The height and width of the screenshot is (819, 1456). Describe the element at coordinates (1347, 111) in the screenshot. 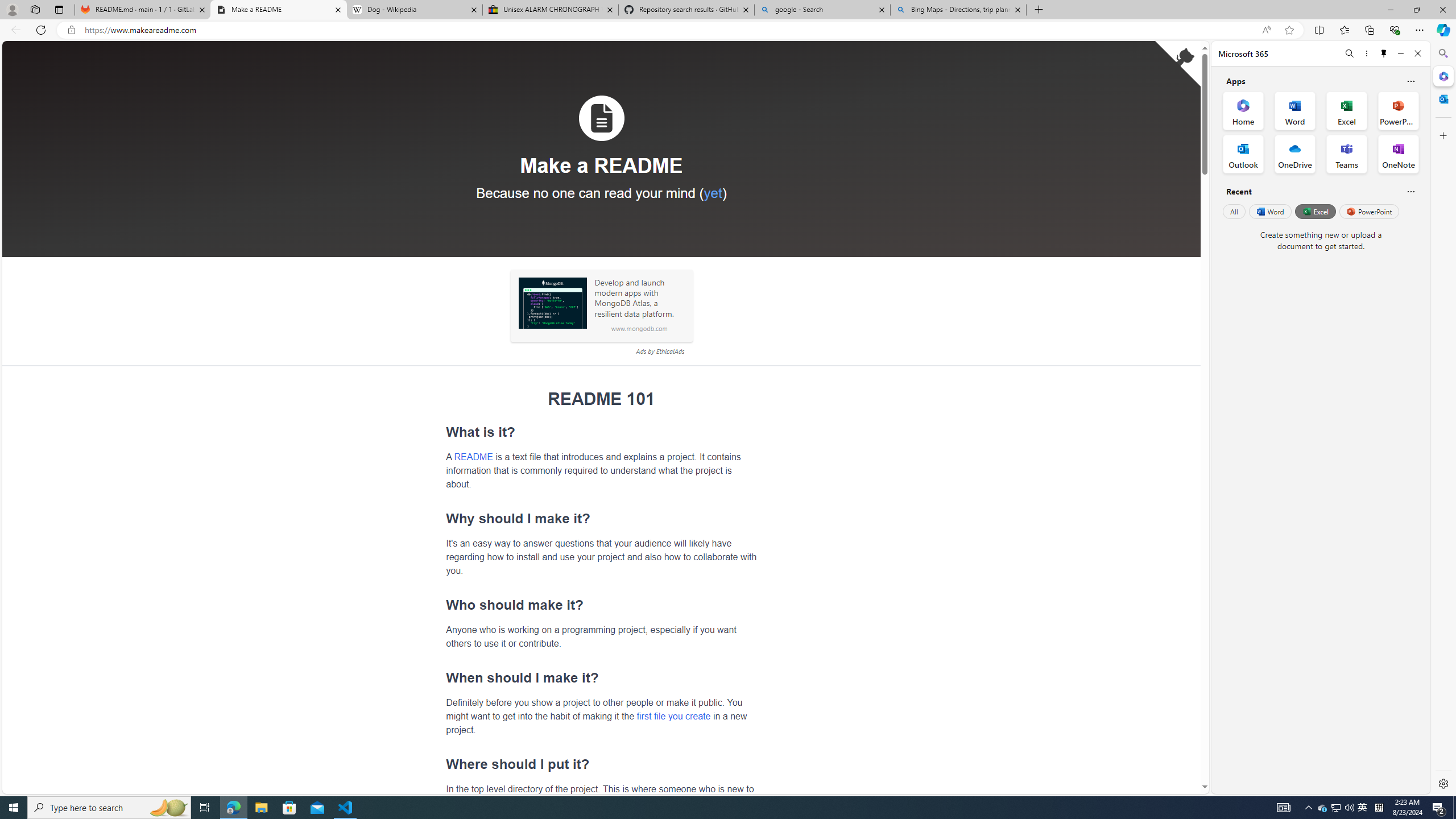

I see `'Excel Office App'` at that location.